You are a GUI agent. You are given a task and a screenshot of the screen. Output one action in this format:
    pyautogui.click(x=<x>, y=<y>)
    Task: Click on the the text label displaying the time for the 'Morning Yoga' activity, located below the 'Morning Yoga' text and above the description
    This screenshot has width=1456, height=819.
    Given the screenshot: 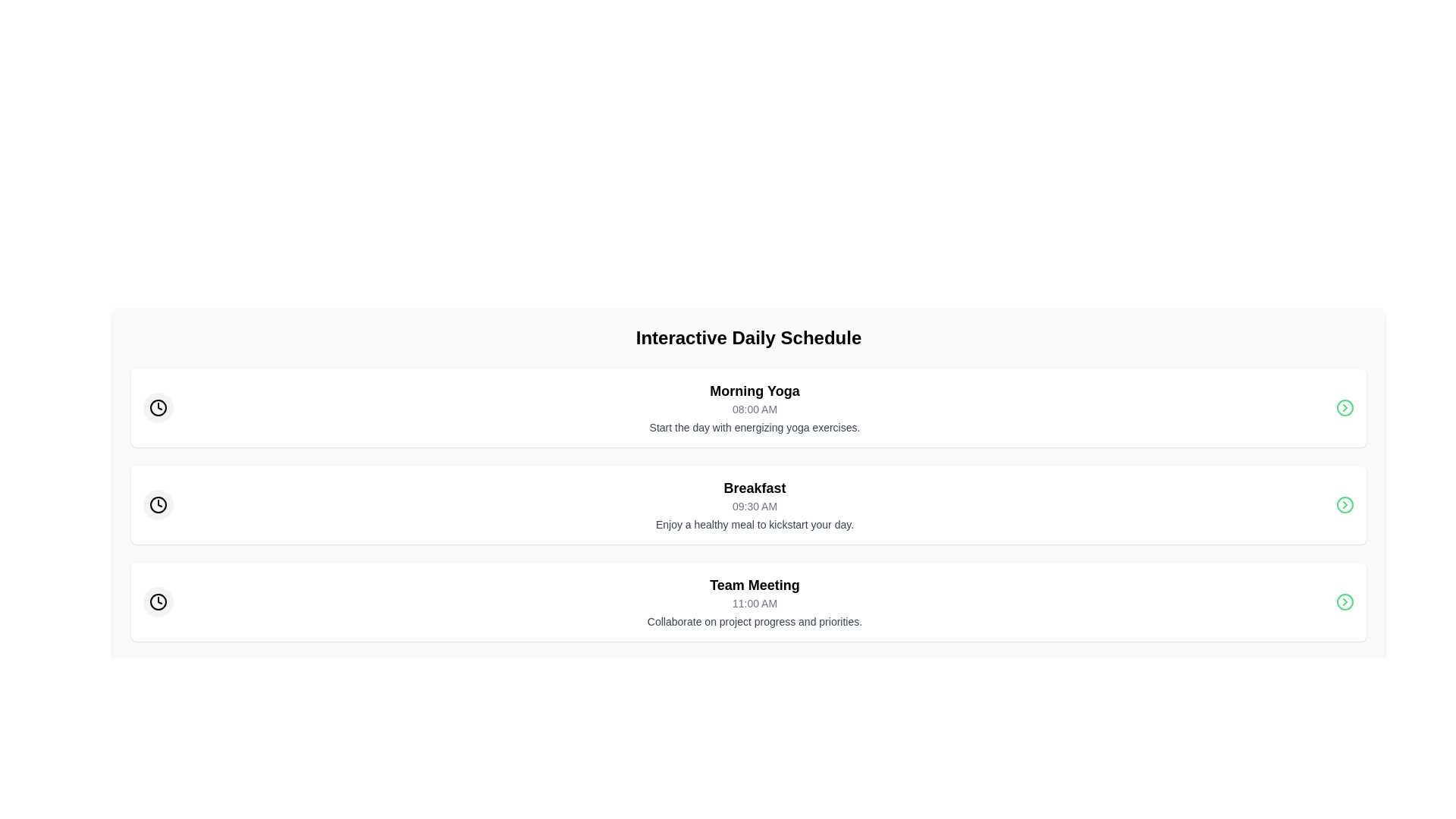 What is the action you would take?
    pyautogui.click(x=755, y=409)
    